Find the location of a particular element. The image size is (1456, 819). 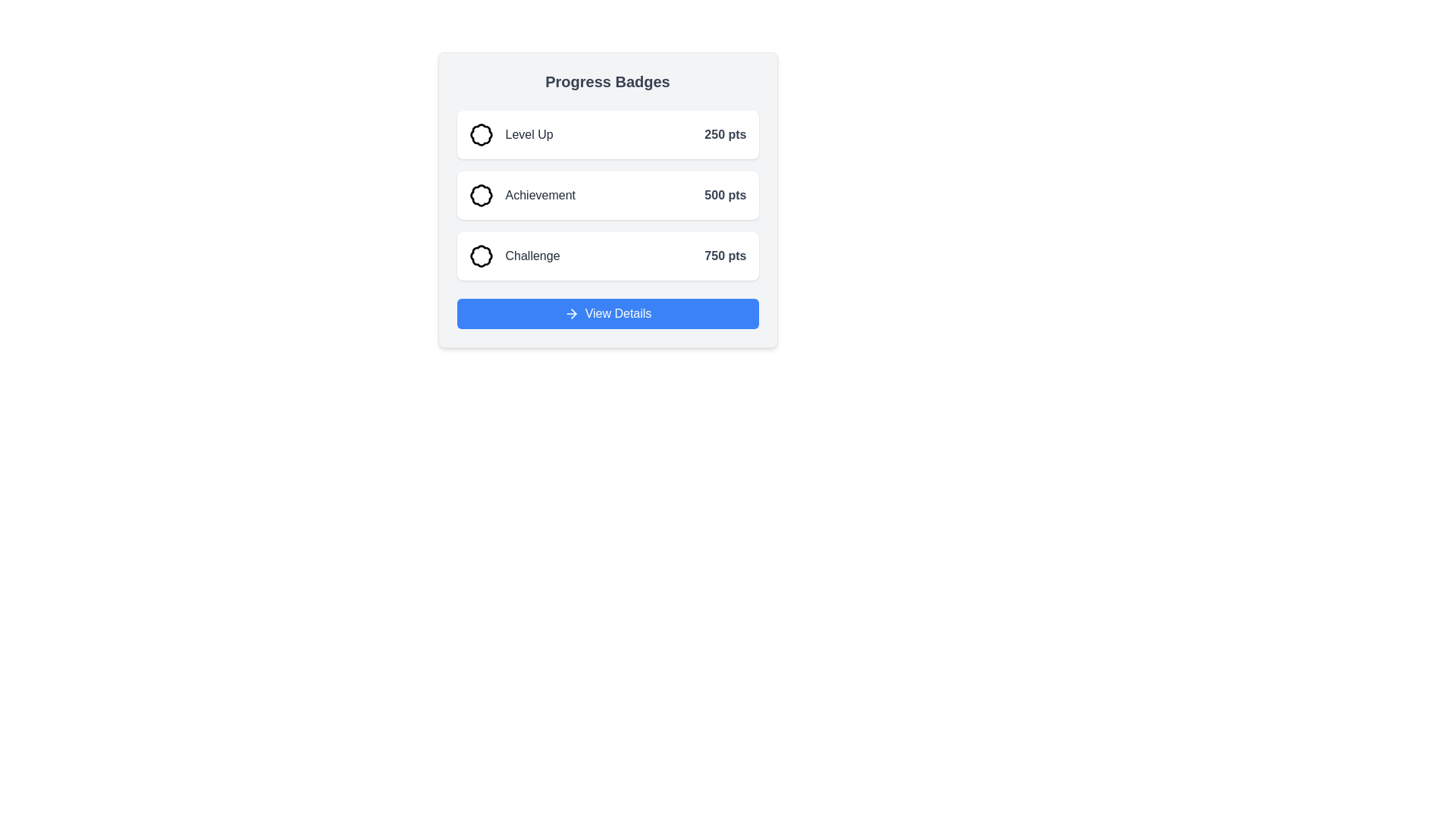

the blue outlined arrow icon located to the left of the 'View Details' text in the rounded-rectangular button to interpret its meaning is located at coordinates (570, 312).